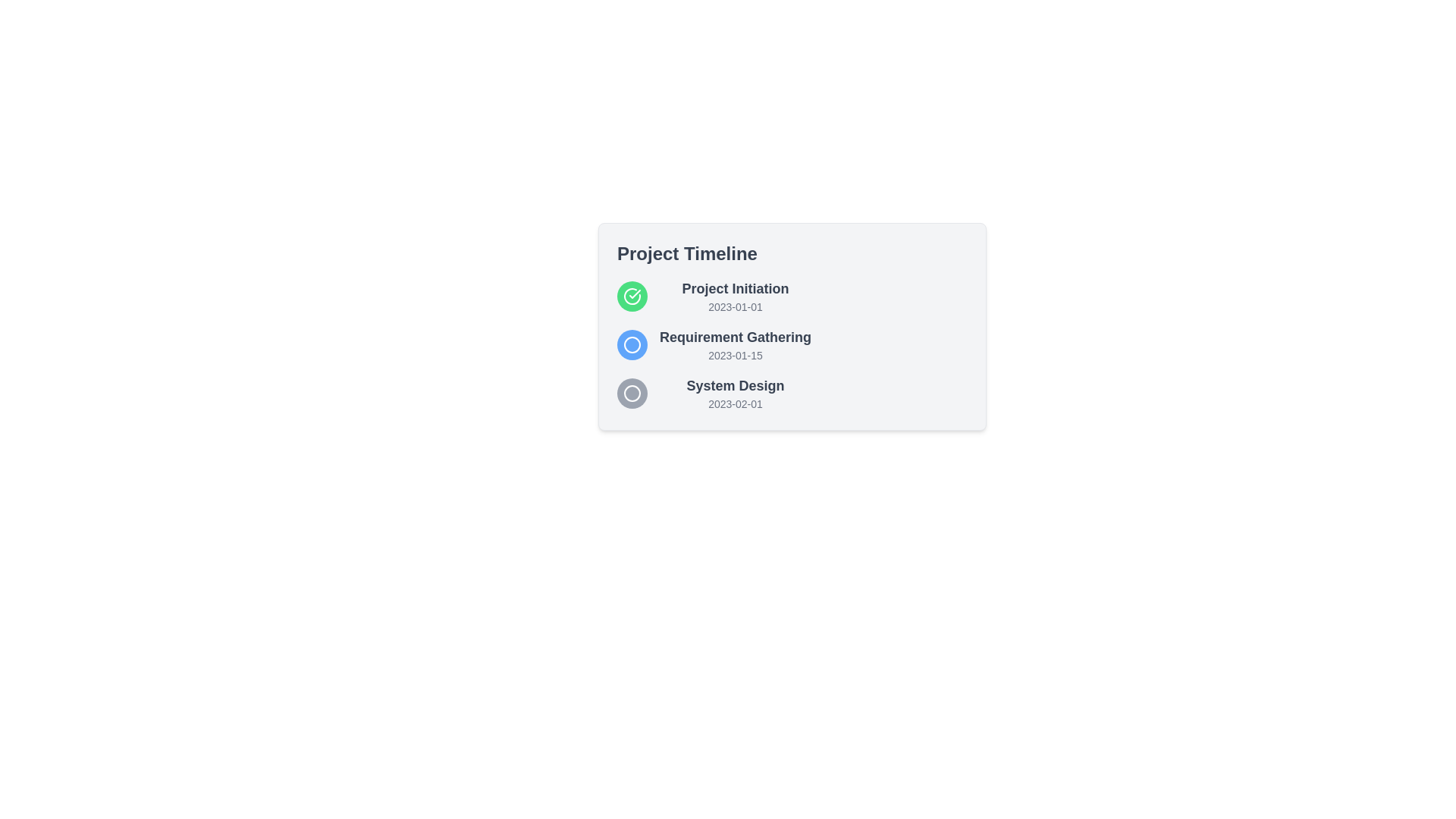 This screenshot has width=1456, height=819. I want to click on text content of the Text Label indicating the date of the 'Requirement Gathering' event, which is positioned below the bold title in the timeline interface, so click(735, 356).